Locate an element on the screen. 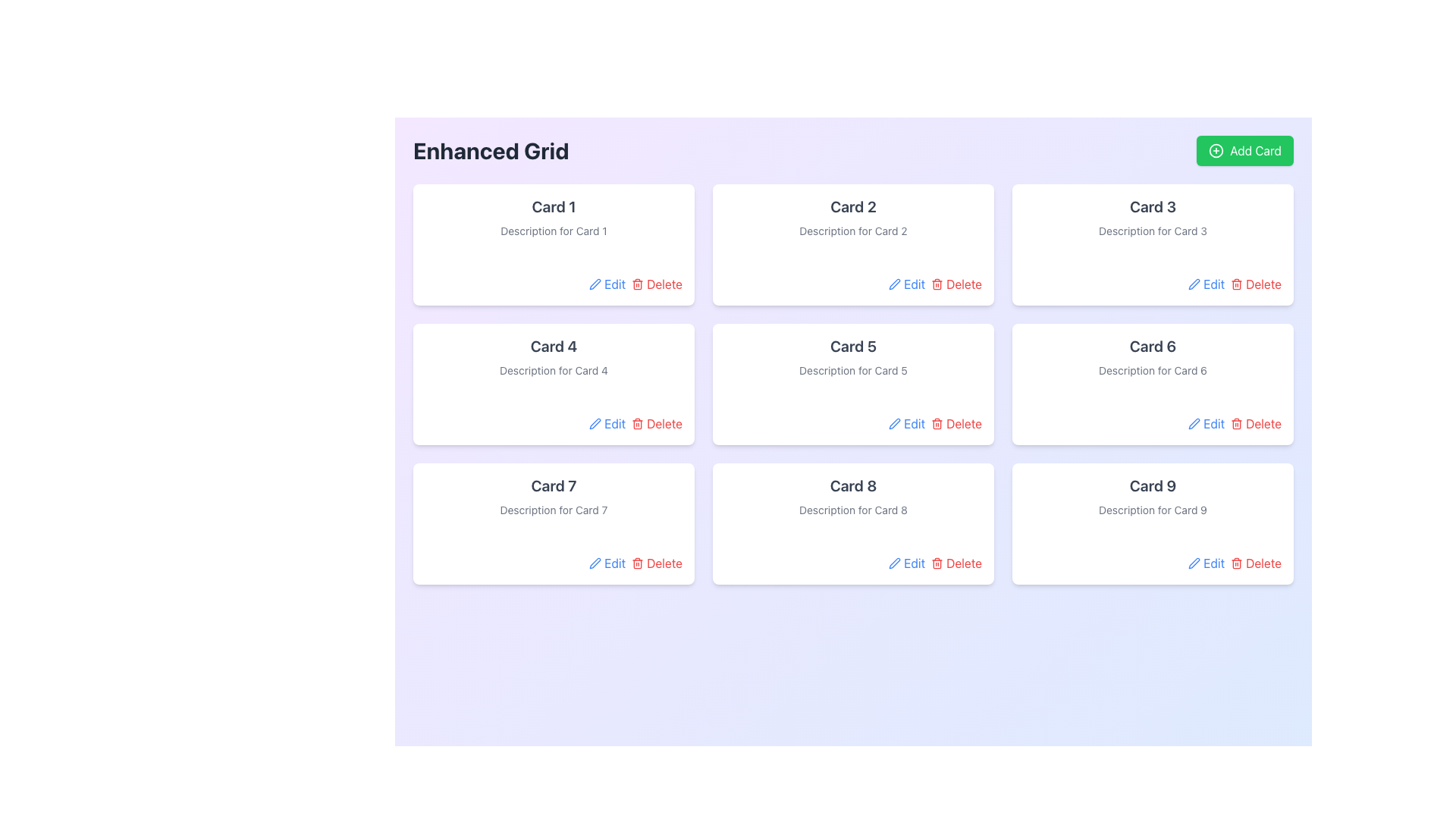 The height and width of the screenshot is (819, 1456). the 'Delete' button located in the bottom-right corner of 'Card 3', which is horizontally aligned with a red font and a trashcan icon to its left is located at coordinates (1256, 284).